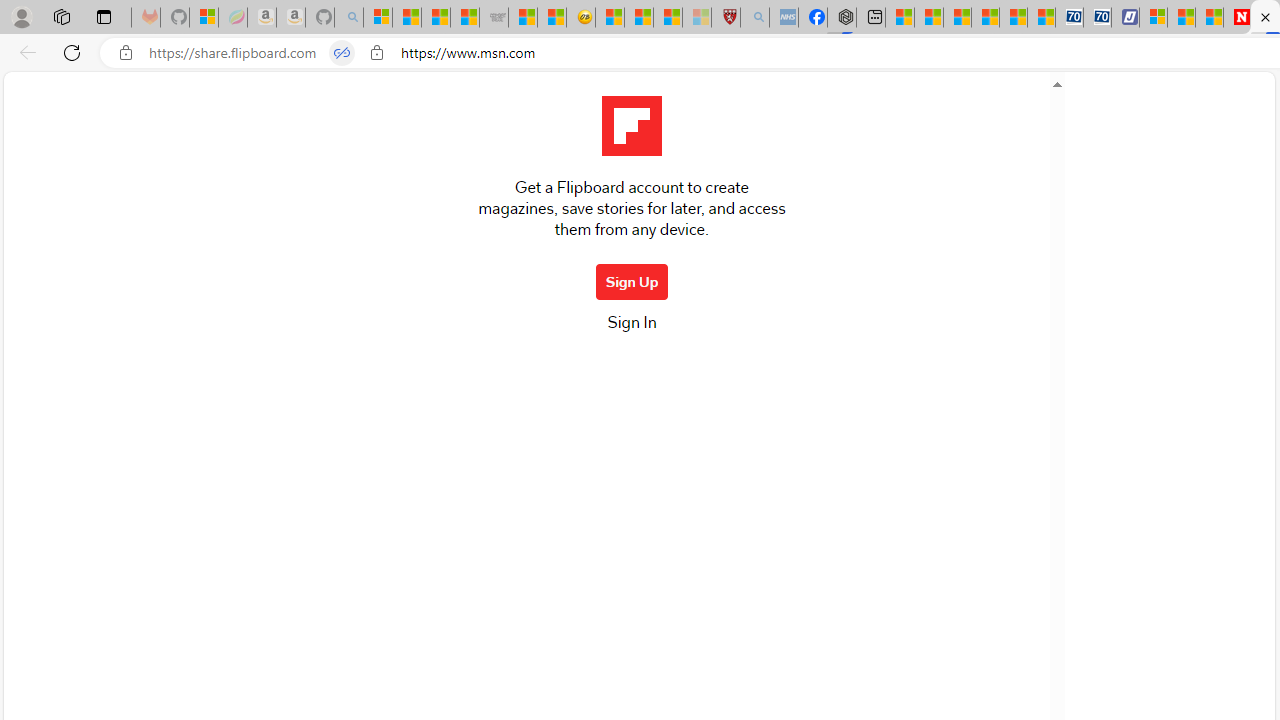 This screenshot has height=720, width=1280. Describe the element at coordinates (494, 17) in the screenshot. I see `'Combat Siege'` at that location.